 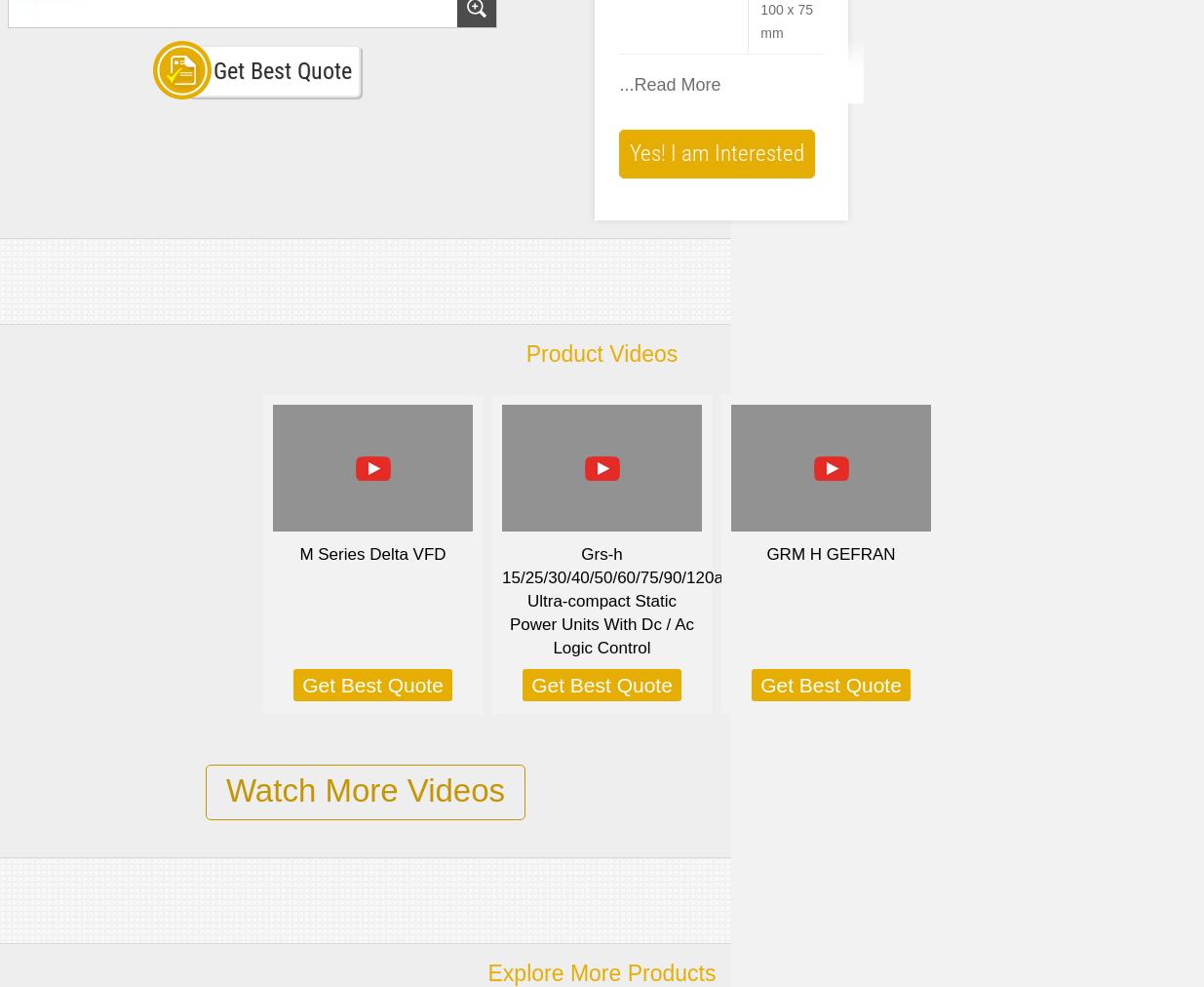 I want to click on 'Product Videos', so click(x=601, y=353).